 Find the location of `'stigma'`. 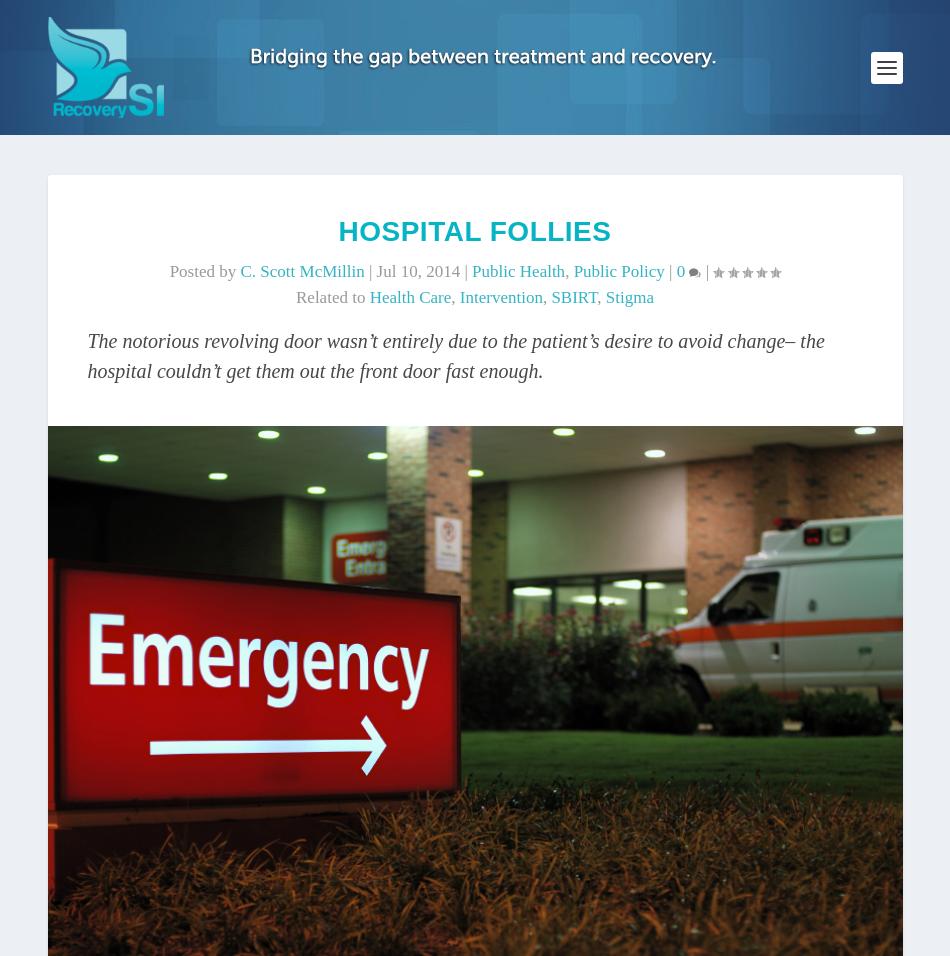

'stigma' is located at coordinates (628, 296).